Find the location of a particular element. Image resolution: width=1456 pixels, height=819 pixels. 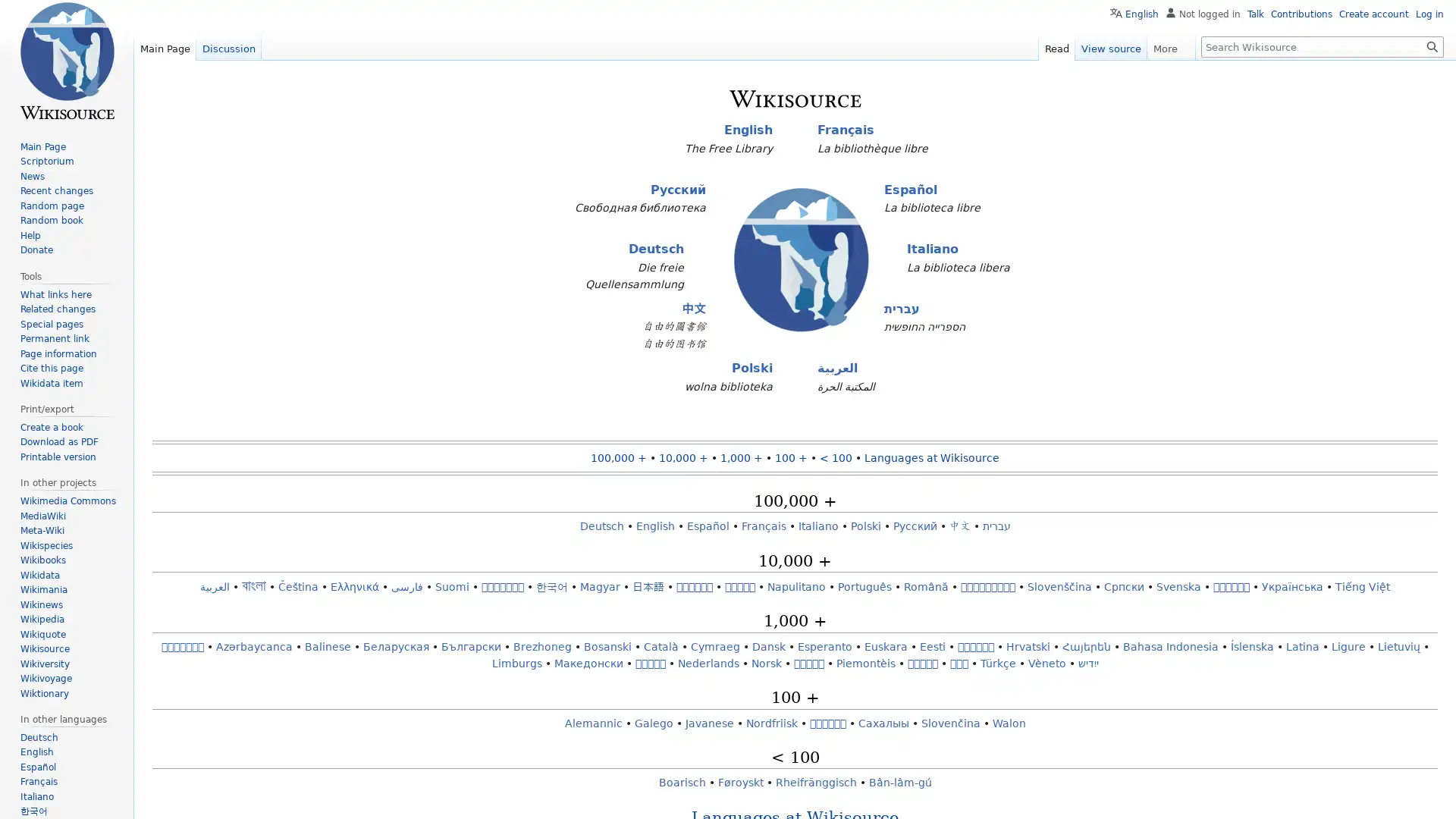

Search is located at coordinates (1432, 45).